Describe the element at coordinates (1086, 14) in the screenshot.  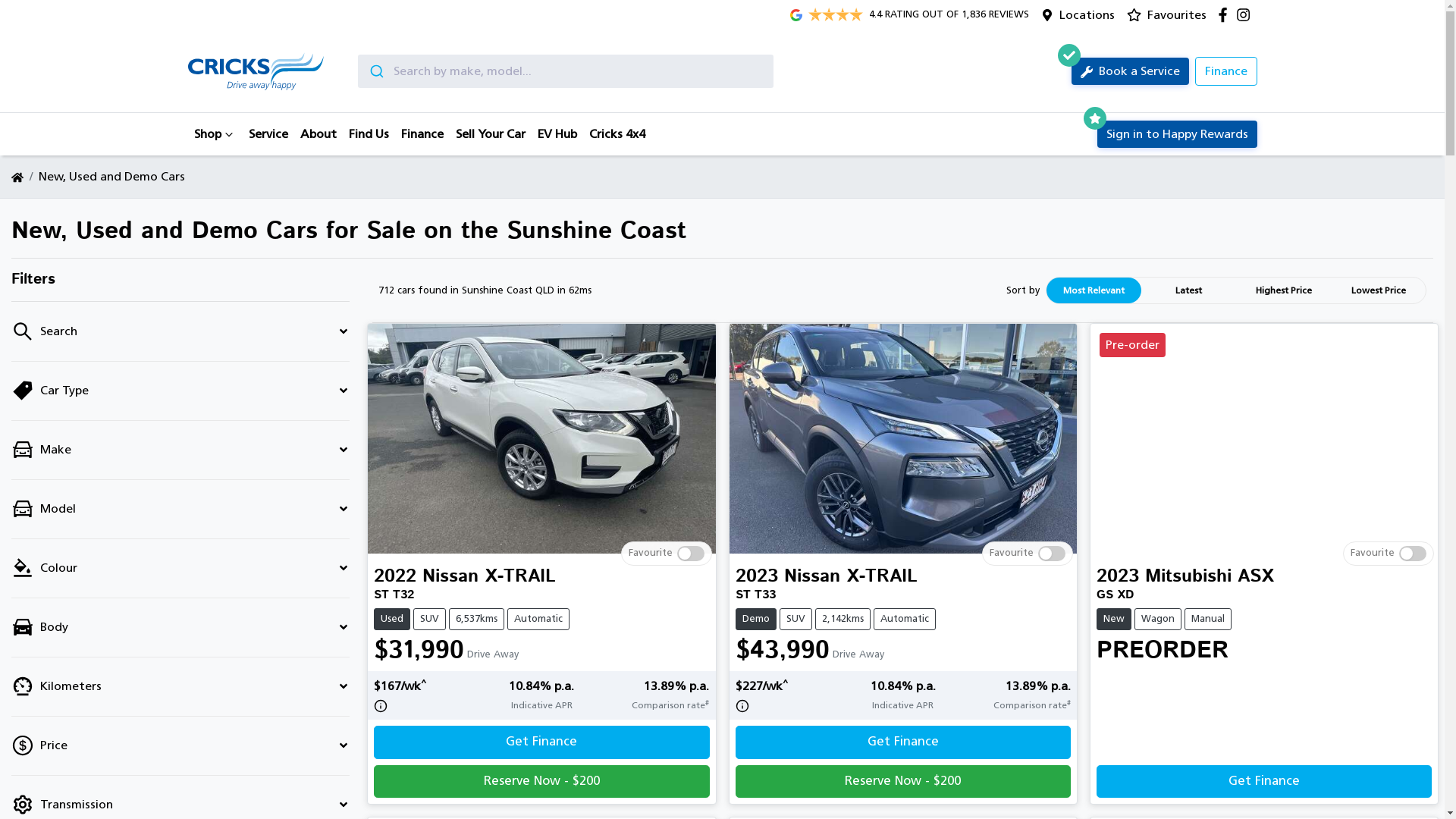
I see `'Locations'` at that location.